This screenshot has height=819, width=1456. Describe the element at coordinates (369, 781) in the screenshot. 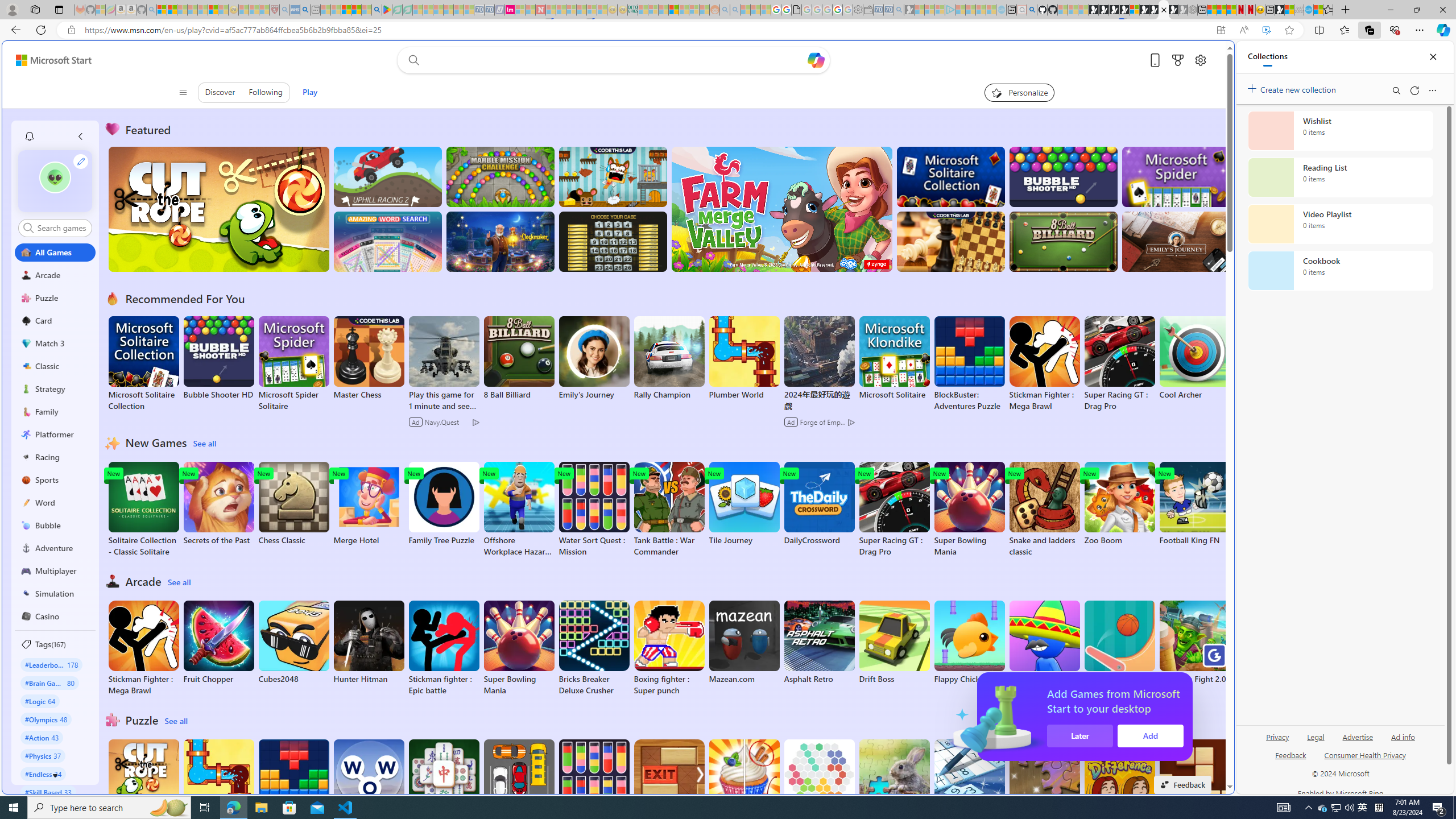

I see `'Words of Wonders'` at that location.